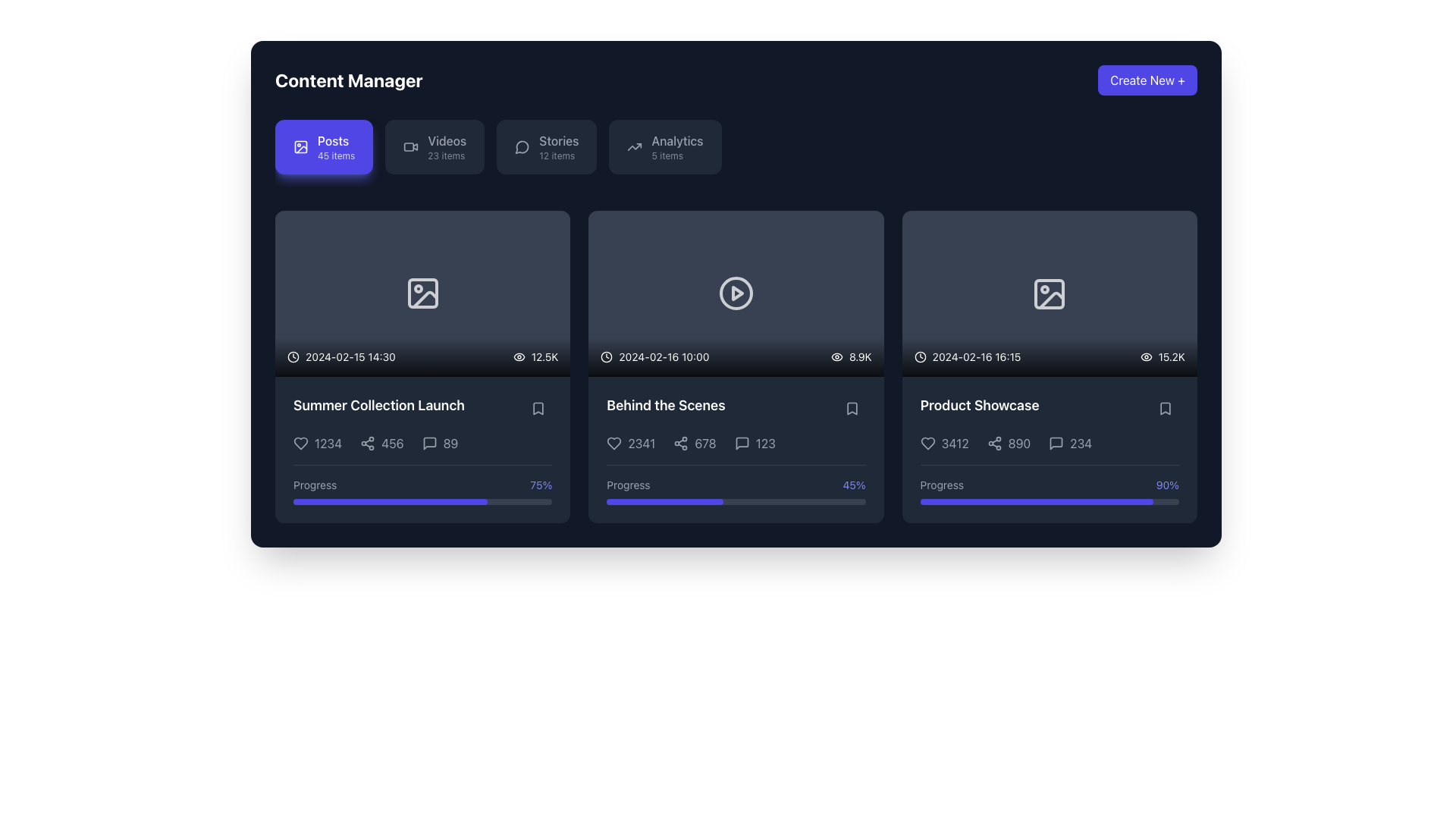  What do you see at coordinates (1049, 293) in the screenshot?
I see `the Media Preview Card located in the third column of the grid layout, below the 'Product Showcase' heading` at bounding box center [1049, 293].